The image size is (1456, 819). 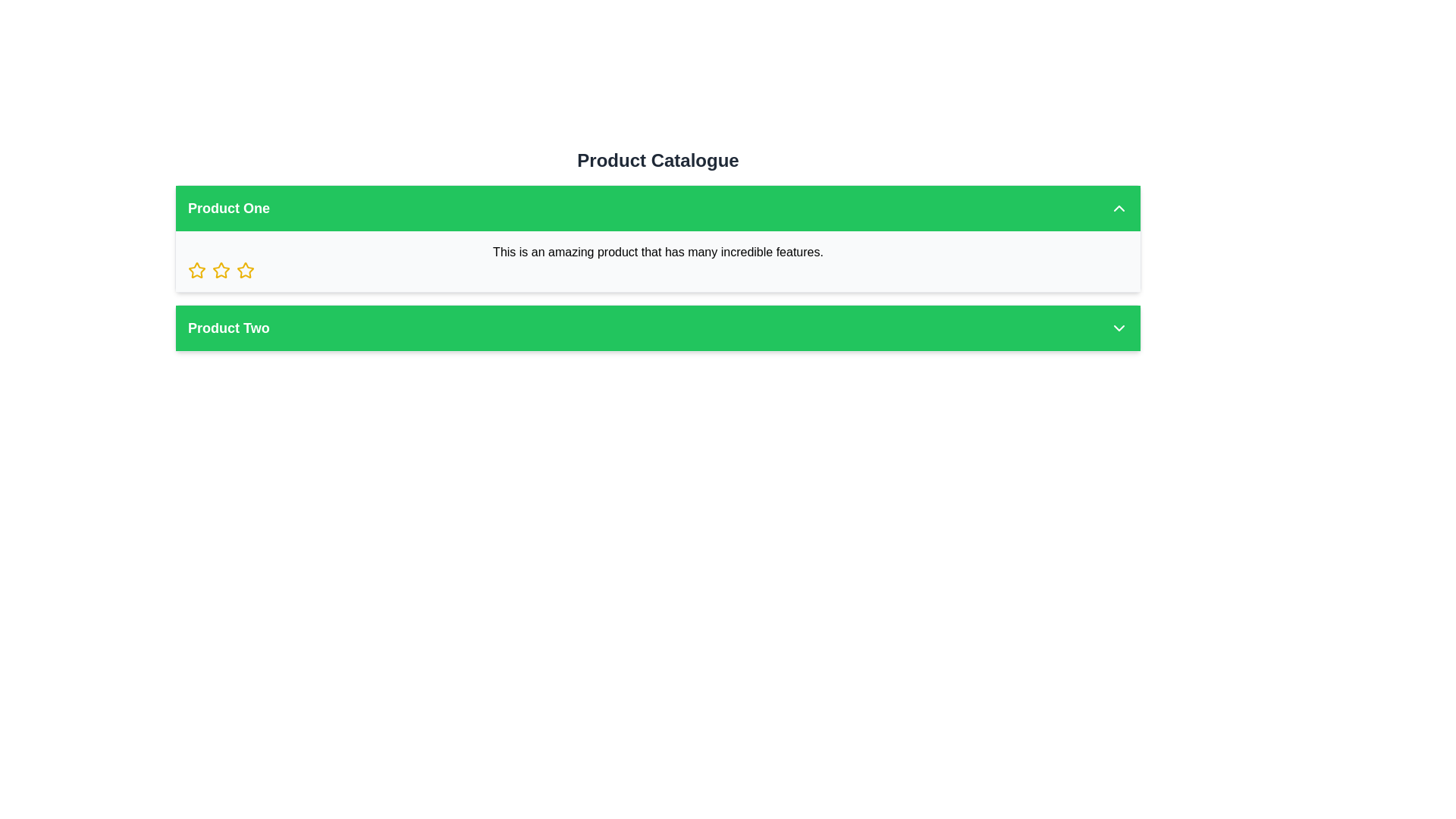 What do you see at coordinates (1119, 208) in the screenshot?
I see `the chevron-shaped upward-pointing arrow icon located at the right end of the green bar labeled 'Product One'` at bounding box center [1119, 208].